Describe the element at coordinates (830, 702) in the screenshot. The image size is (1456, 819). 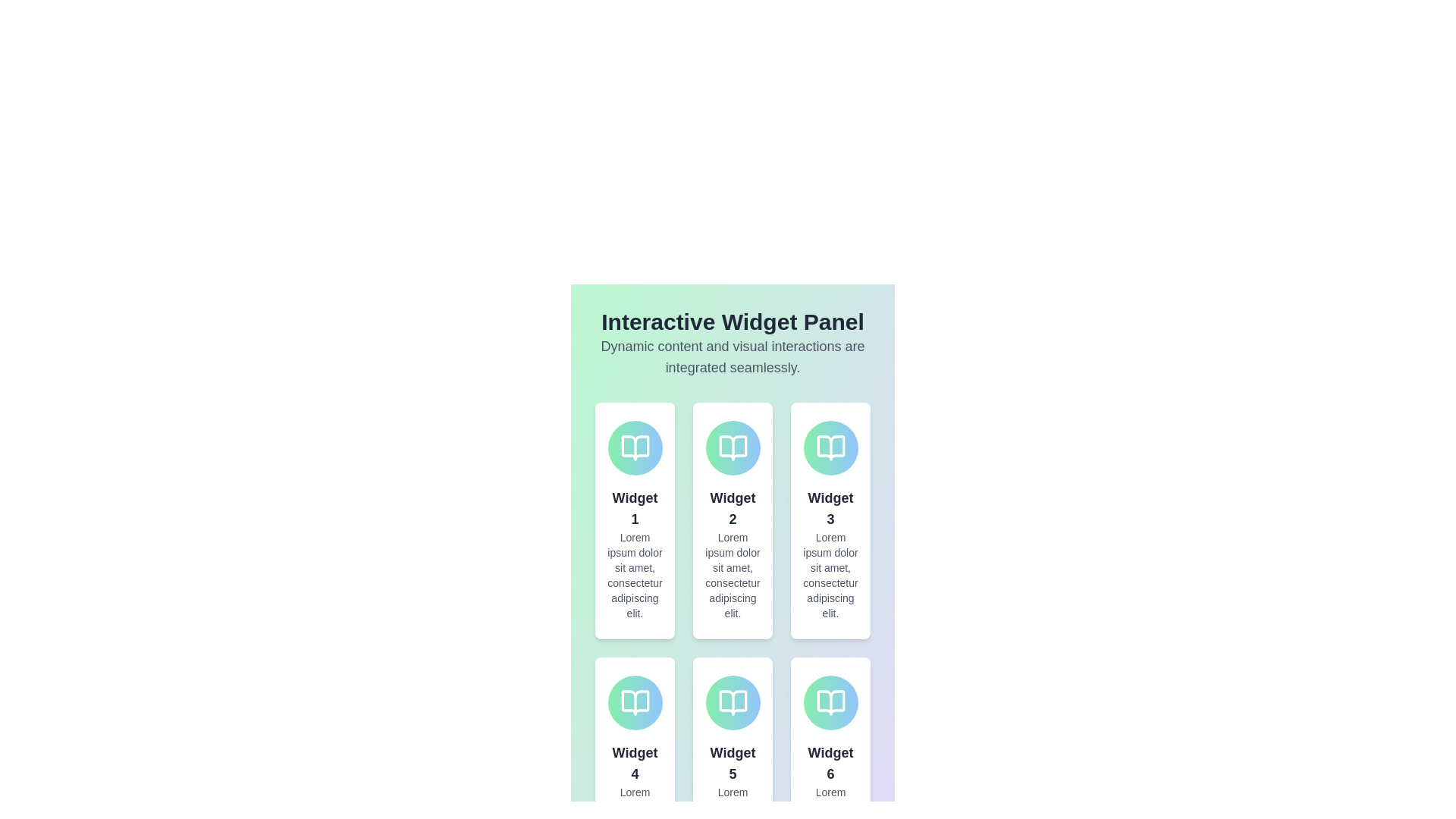
I see `the white book icon with rounded edges, which is centered within the sixth card in the grid layout at the bottom-right corner of the widget panel` at that location.